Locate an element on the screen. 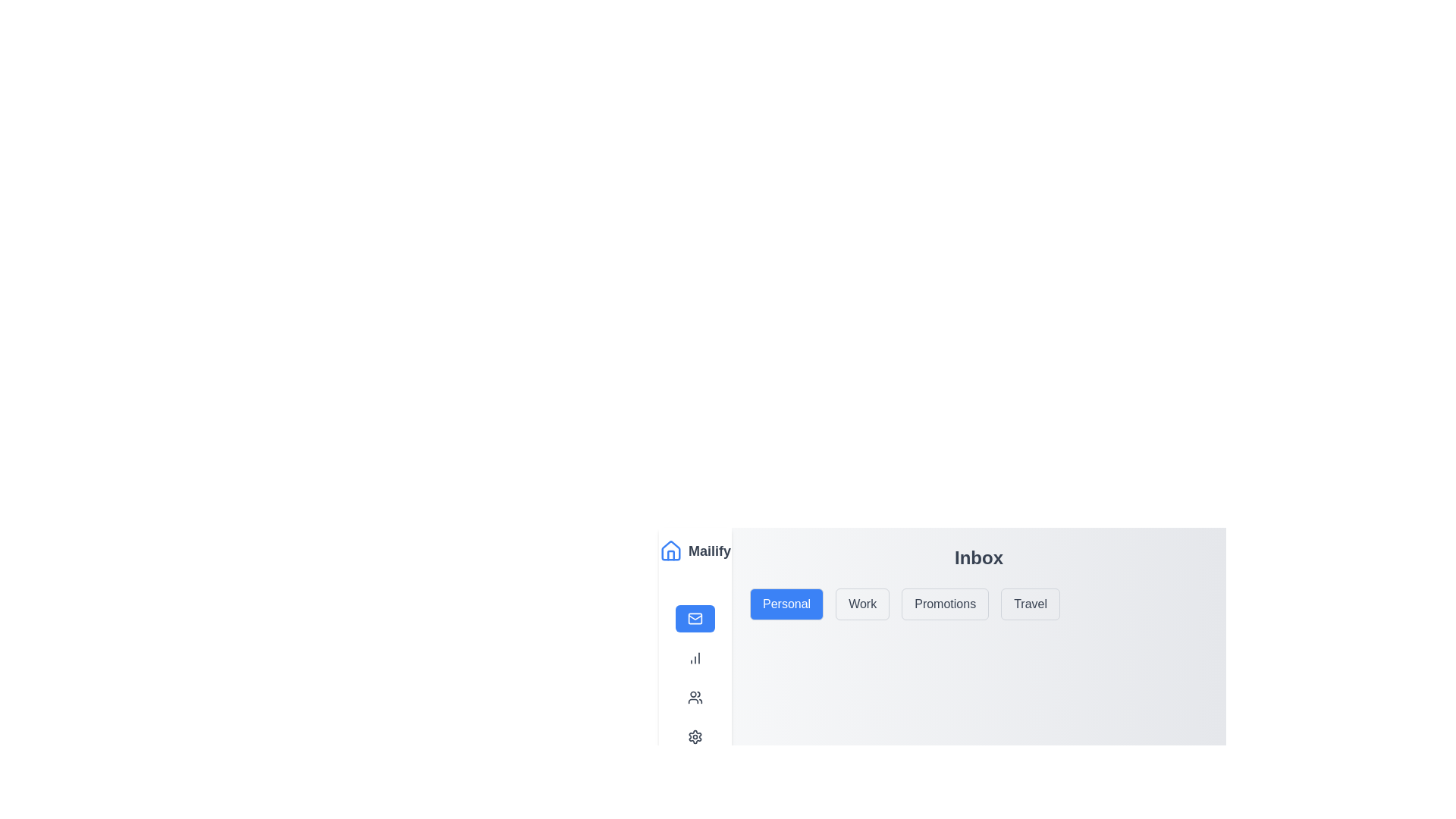  the 'Promotions' tab in the Tab Navigation Group is located at coordinates (979, 604).